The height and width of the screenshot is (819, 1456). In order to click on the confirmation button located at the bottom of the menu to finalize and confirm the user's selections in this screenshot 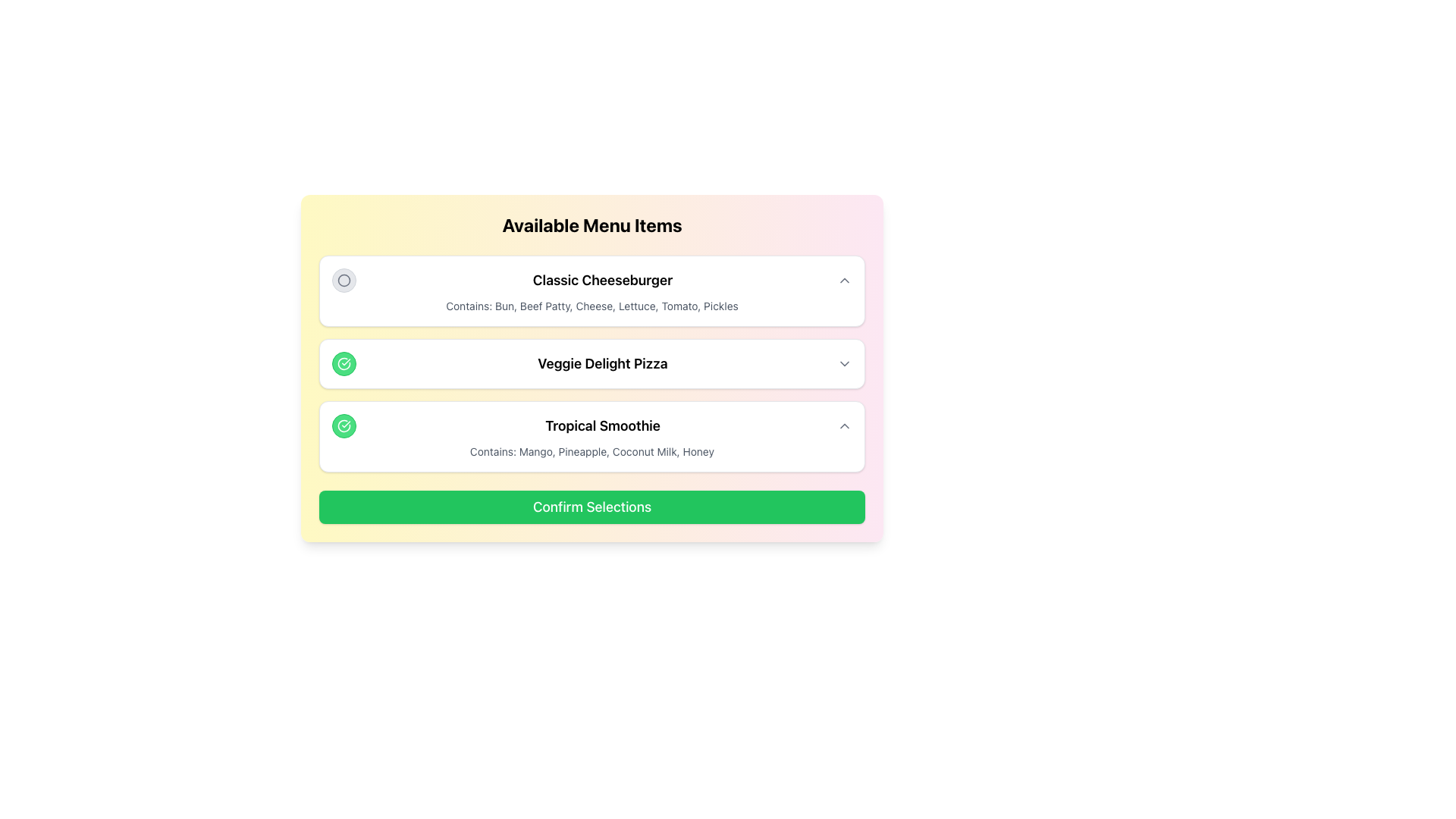, I will do `click(591, 507)`.